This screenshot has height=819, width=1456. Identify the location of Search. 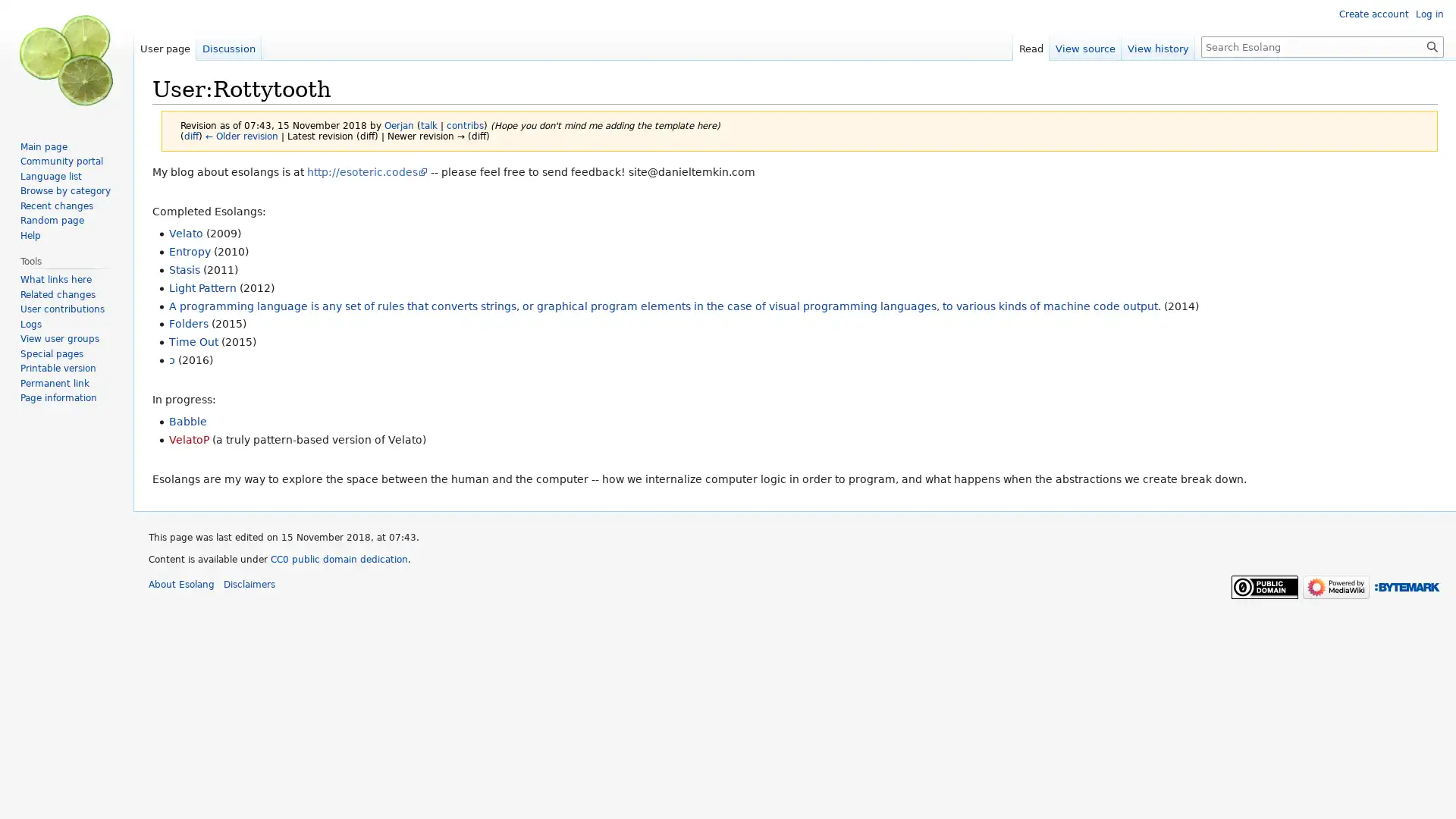
(1432, 45).